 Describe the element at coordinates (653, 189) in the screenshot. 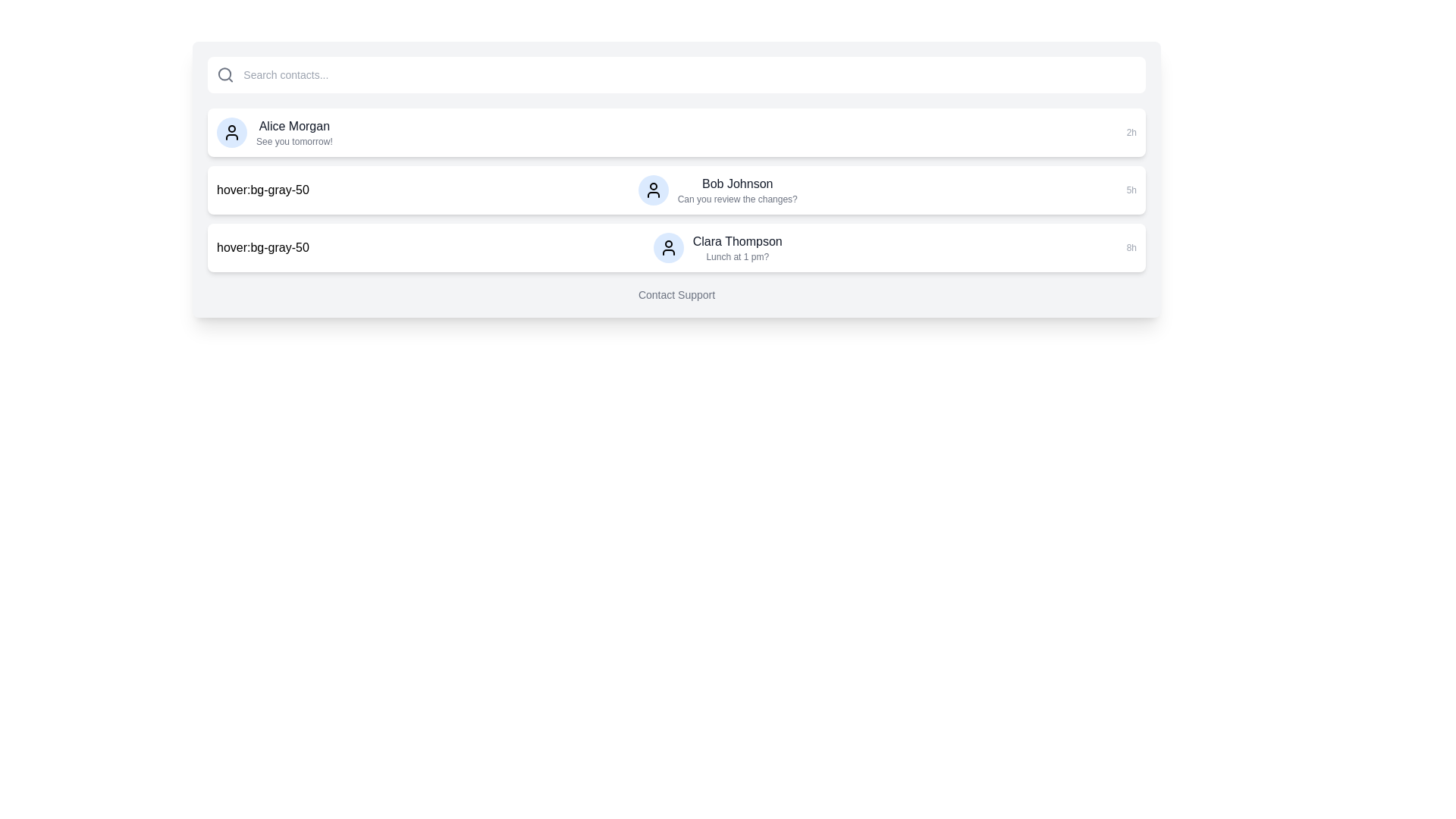

I see `the Icon button representing the user 'Bob Johnson', located to the left of the text 'Bob Johnson' and above the message 'Can you review the changes?'` at that location.